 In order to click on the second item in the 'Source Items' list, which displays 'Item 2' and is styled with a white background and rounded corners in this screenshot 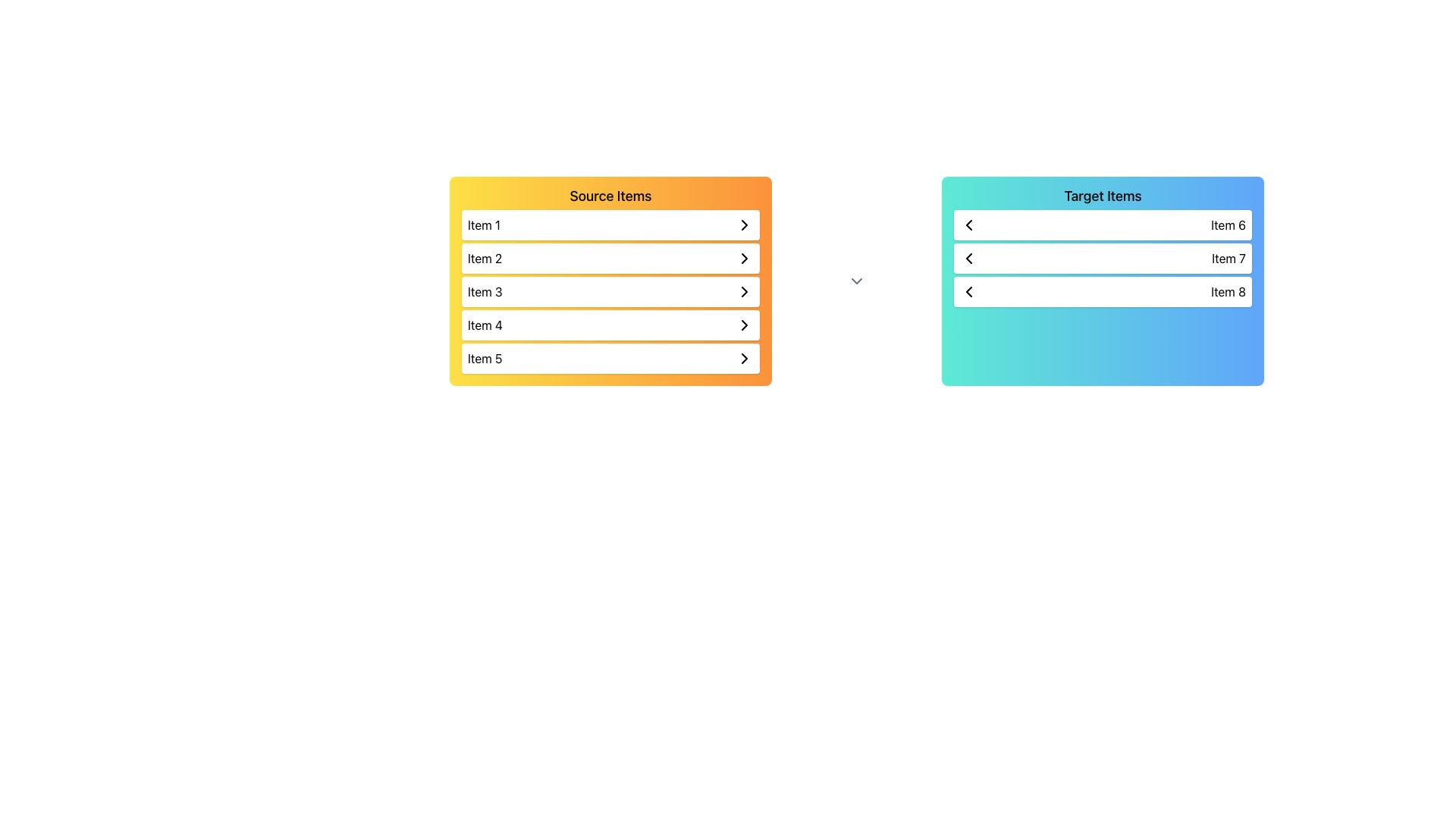, I will do `click(610, 257)`.